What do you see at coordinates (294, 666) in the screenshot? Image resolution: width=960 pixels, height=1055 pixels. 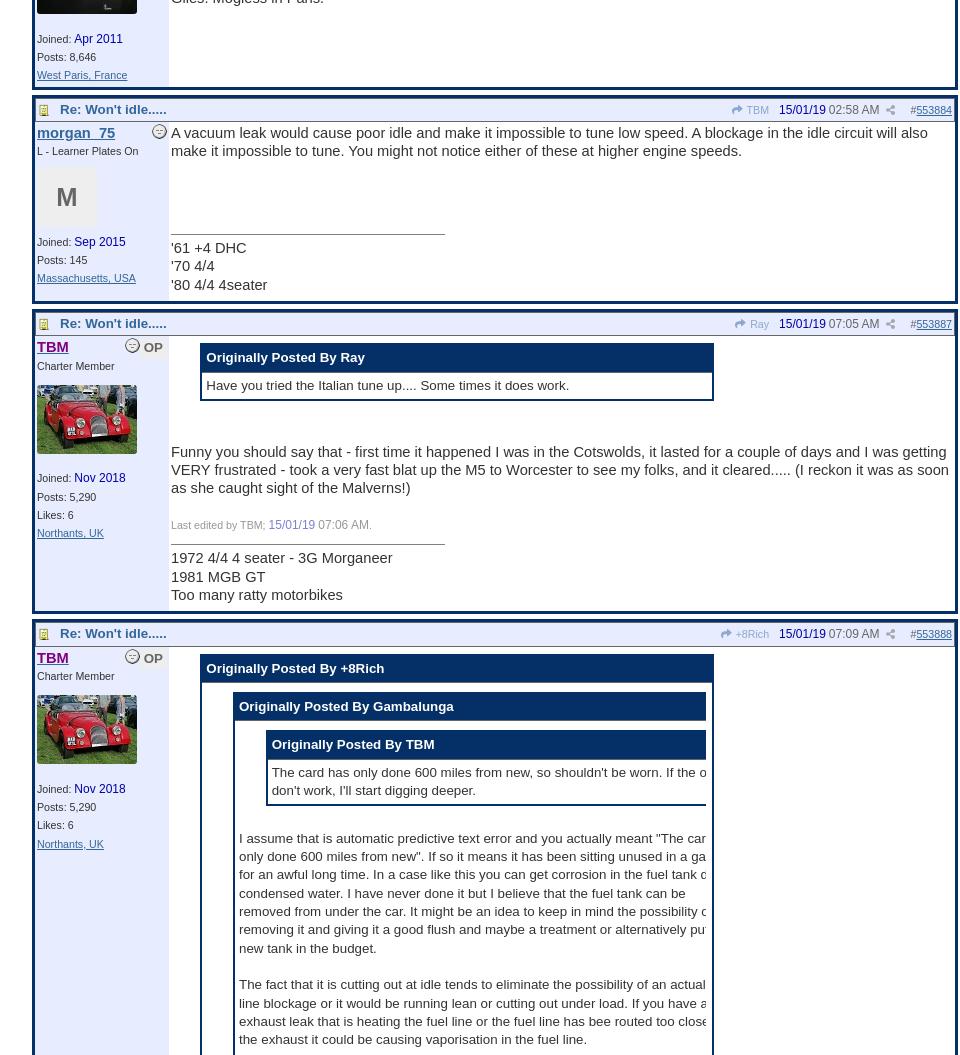 I see `'Originally Posted By +8Rich'` at bounding box center [294, 666].